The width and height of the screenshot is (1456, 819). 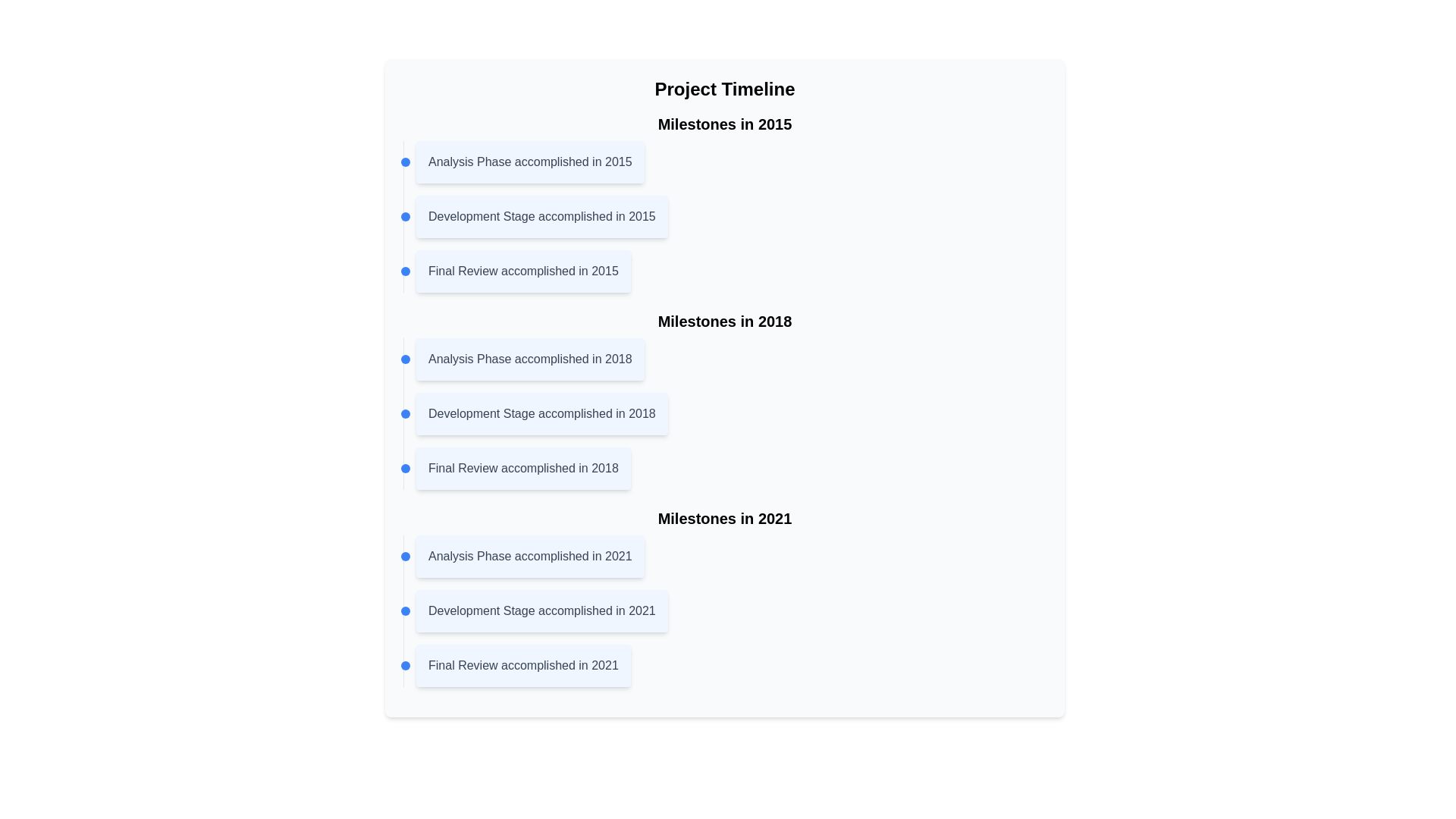 What do you see at coordinates (405, 556) in the screenshot?
I see `the small circular blue marker indicating the 'Analysis Phase accomplished in 2021' milestone in the timeline layout` at bounding box center [405, 556].